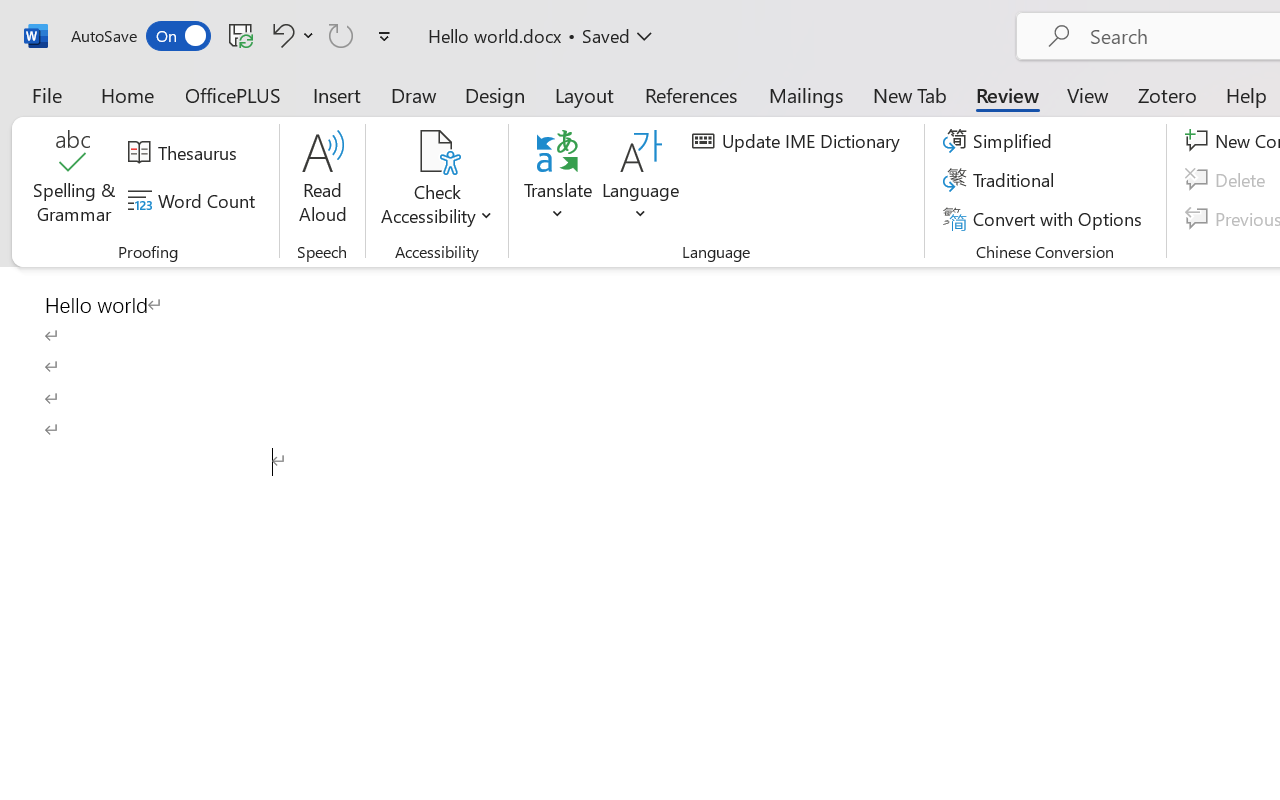  Describe the element at coordinates (1000, 141) in the screenshot. I see `'Simplified'` at that location.